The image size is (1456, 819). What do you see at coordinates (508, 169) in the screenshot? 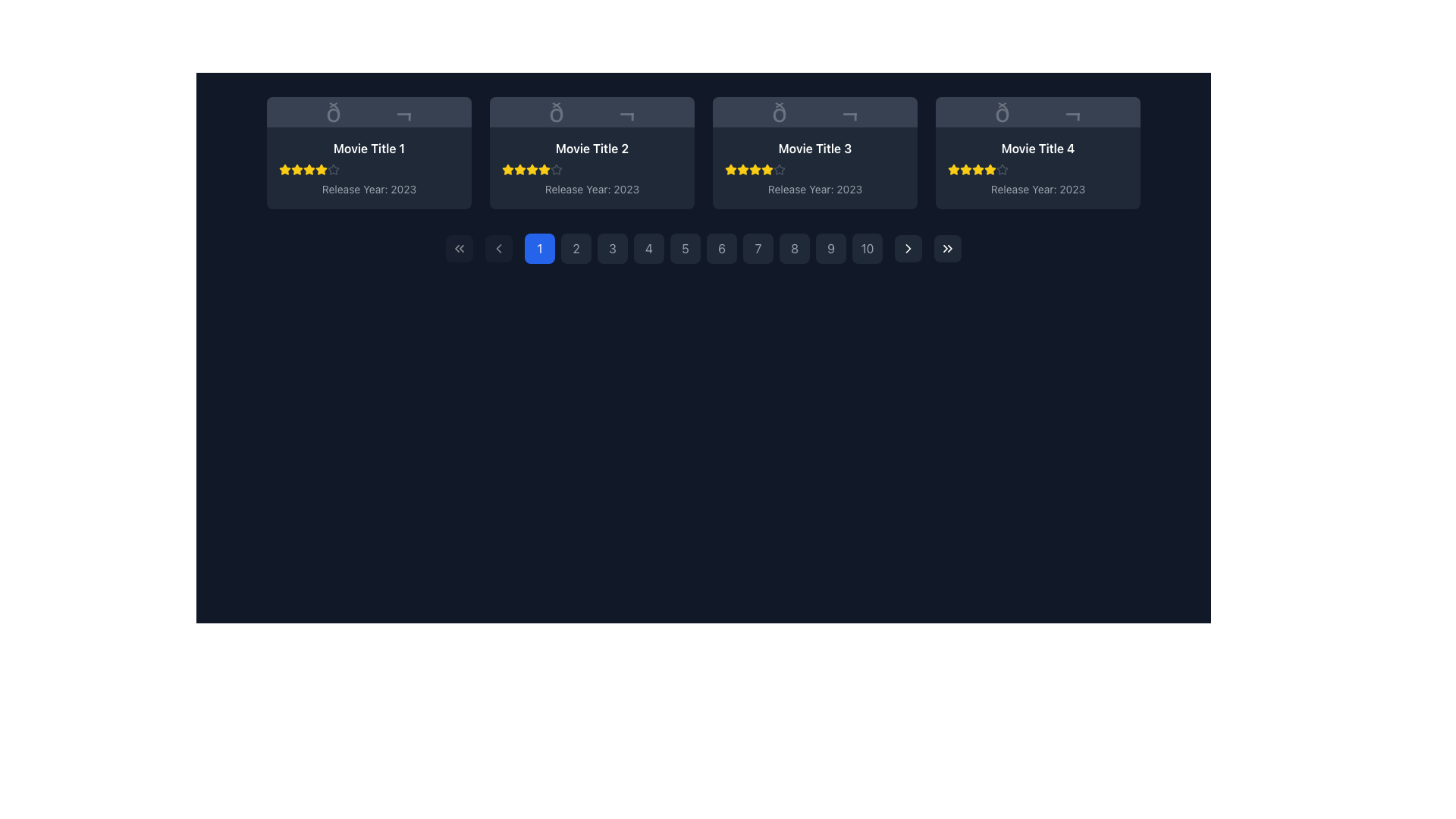
I see `the yellow star icon with a black border` at bounding box center [508, 169].